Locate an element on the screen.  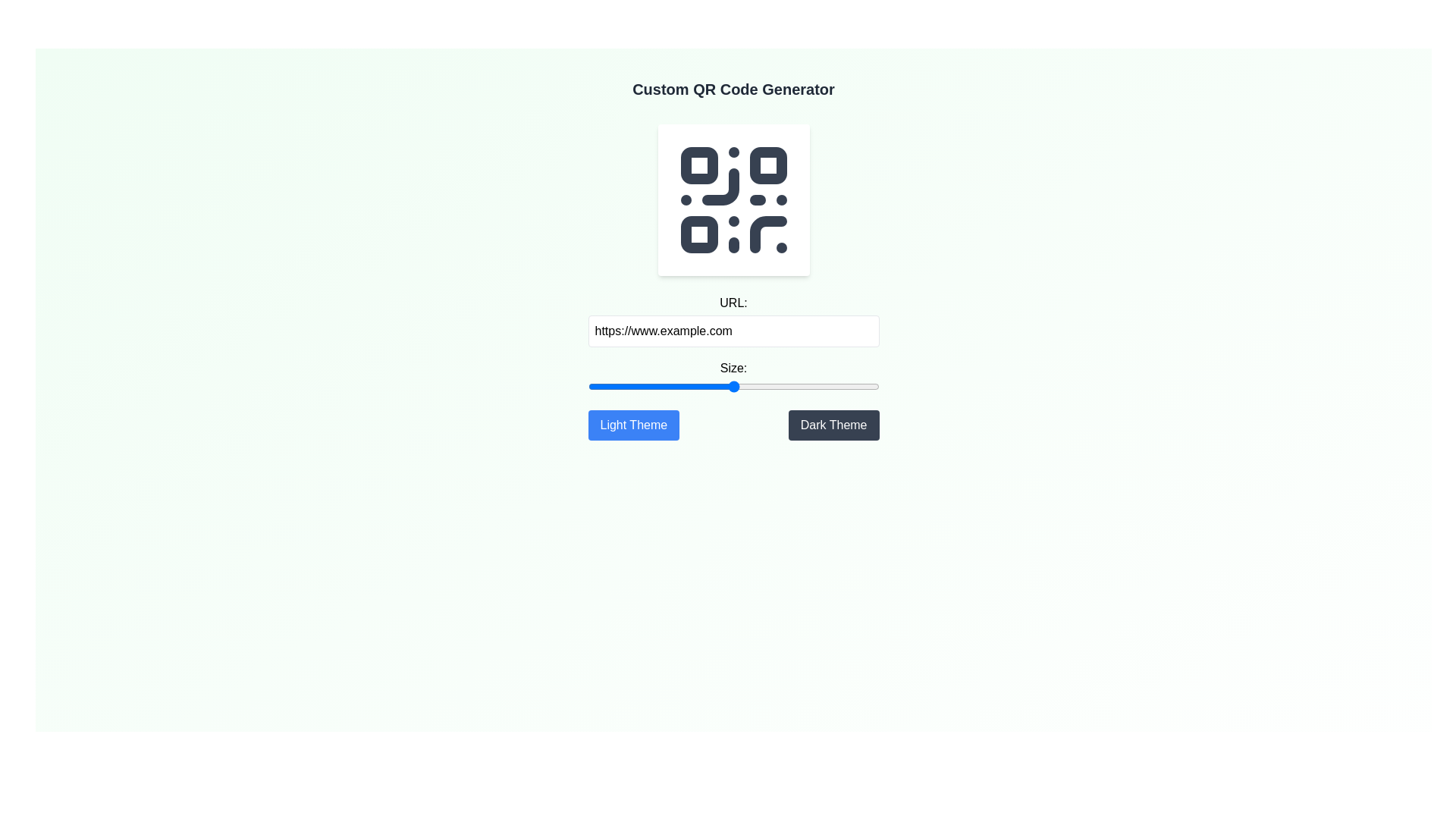
the slider is located at coordinates (813, 385).